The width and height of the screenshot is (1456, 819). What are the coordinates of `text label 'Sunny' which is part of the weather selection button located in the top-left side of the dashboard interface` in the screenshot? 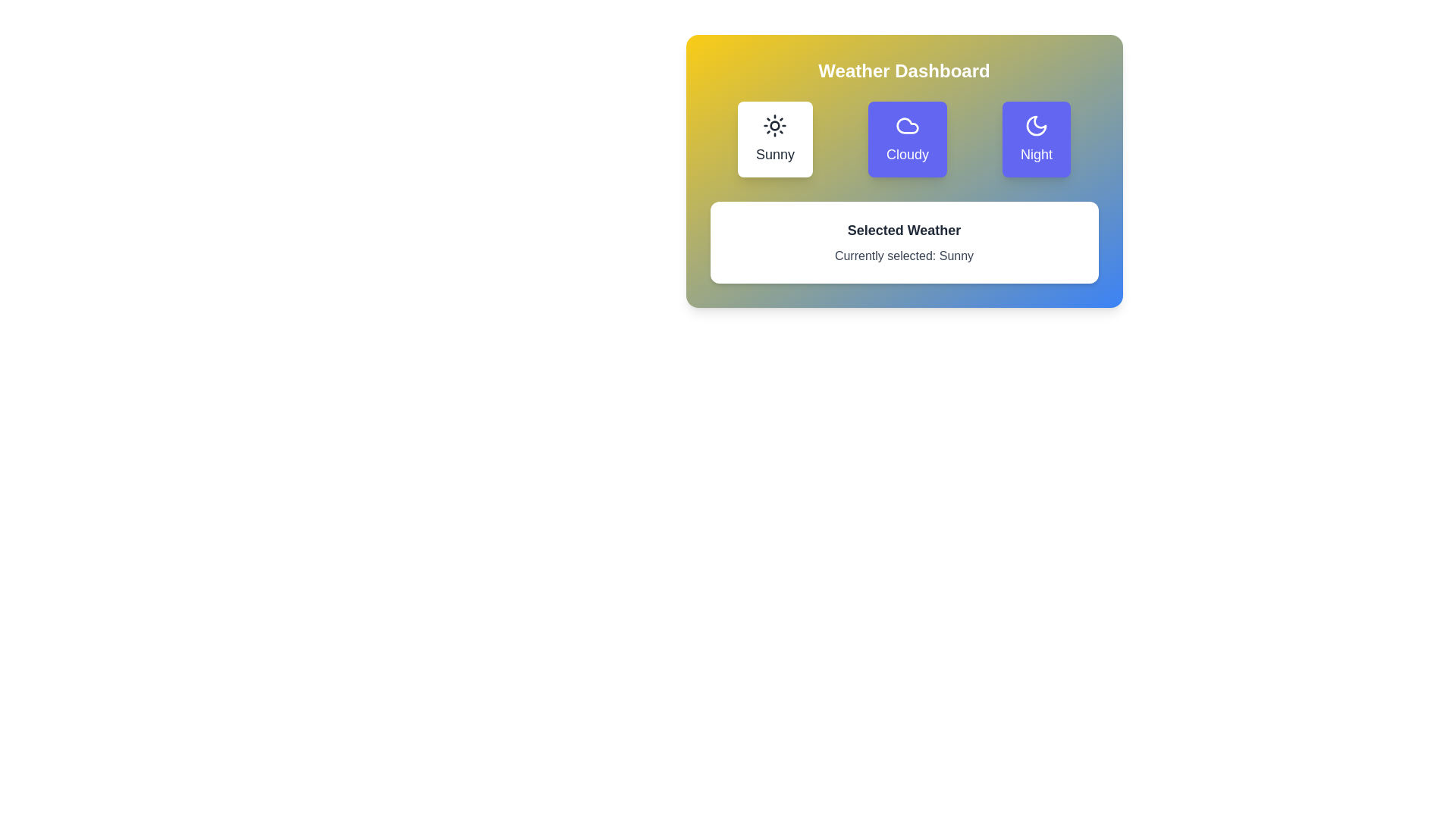 It's located at (775, 155).